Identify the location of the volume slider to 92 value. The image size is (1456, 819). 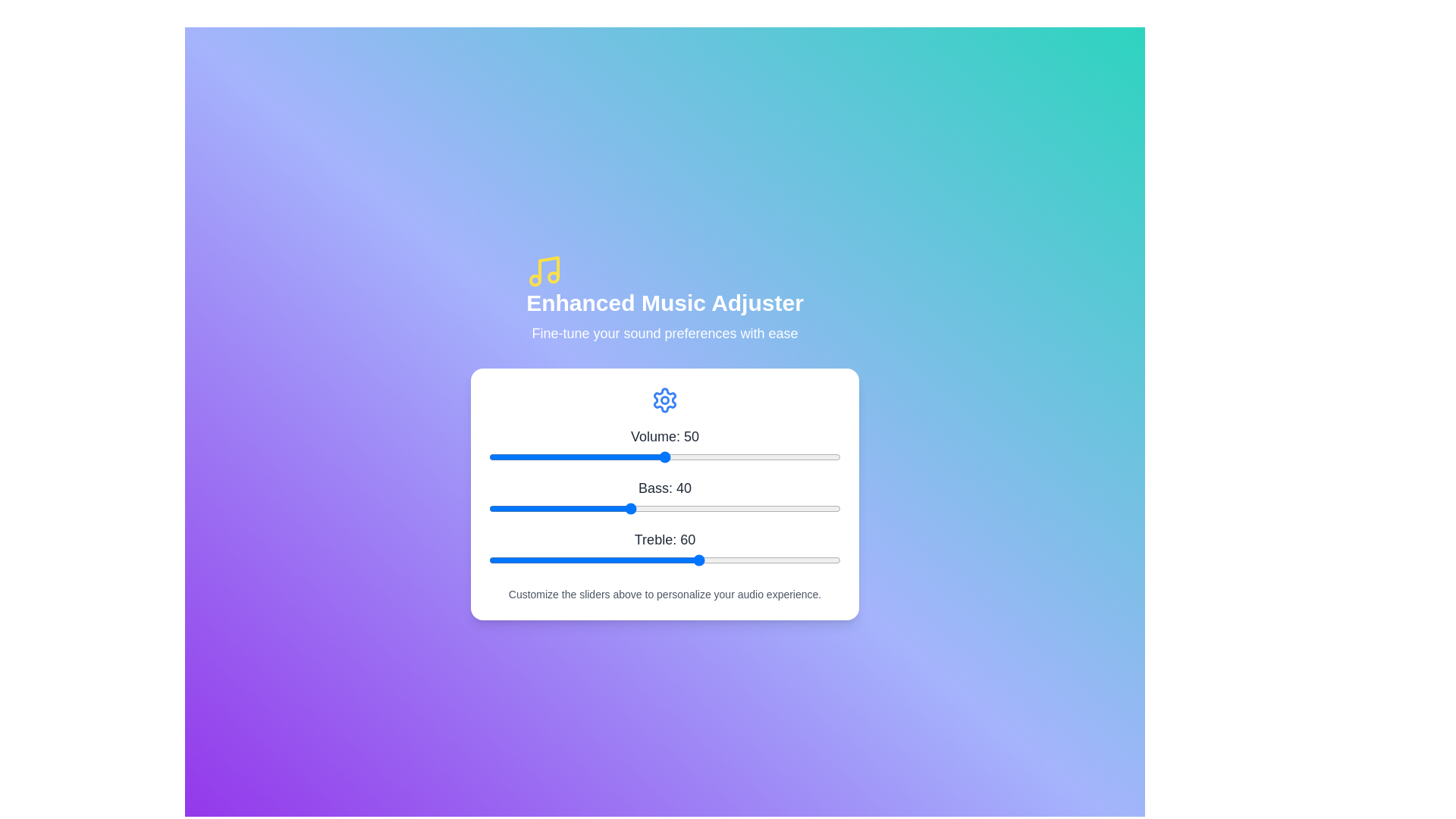
(811, 456).